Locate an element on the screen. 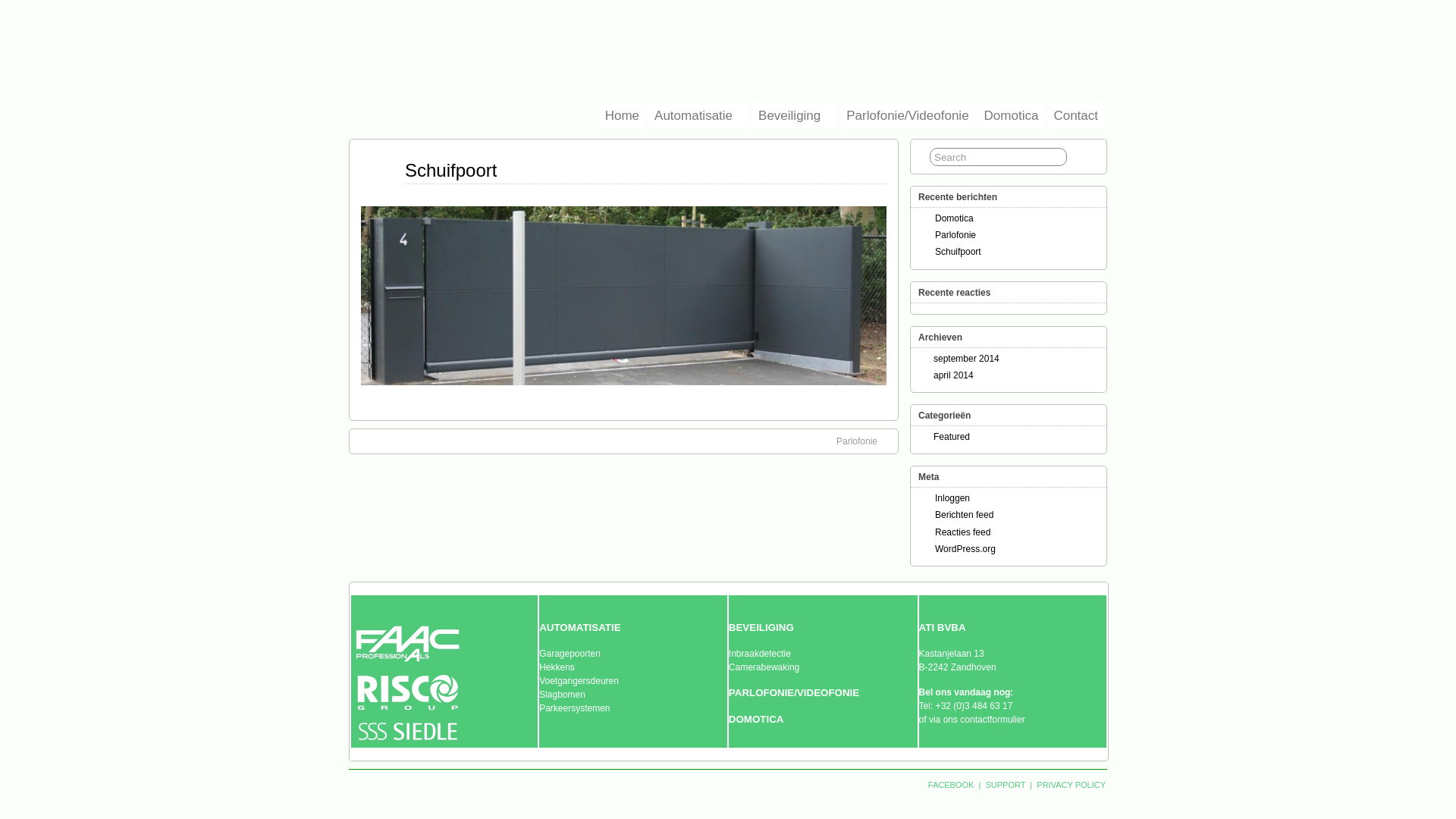 This screenshot has height=819, width=1456. 'Home' is located at coordinates (622, 114).